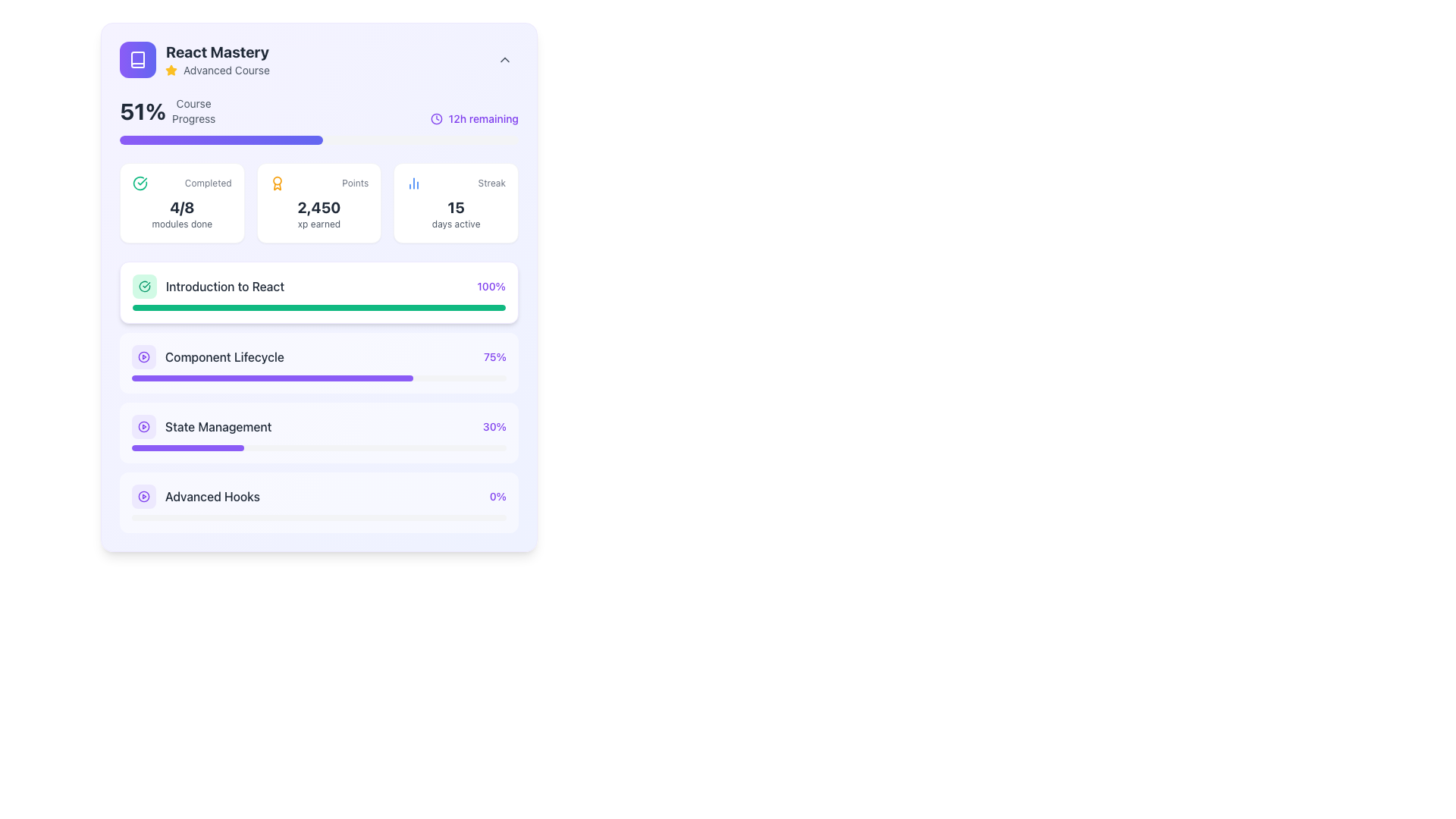 The image size is (1456, 819). I want to click on the text element featuring 'React Mastery' and its subtext 'Advanced Course' with a yellow star icon, located in the top-left section of a card layout, so click(217, 58).